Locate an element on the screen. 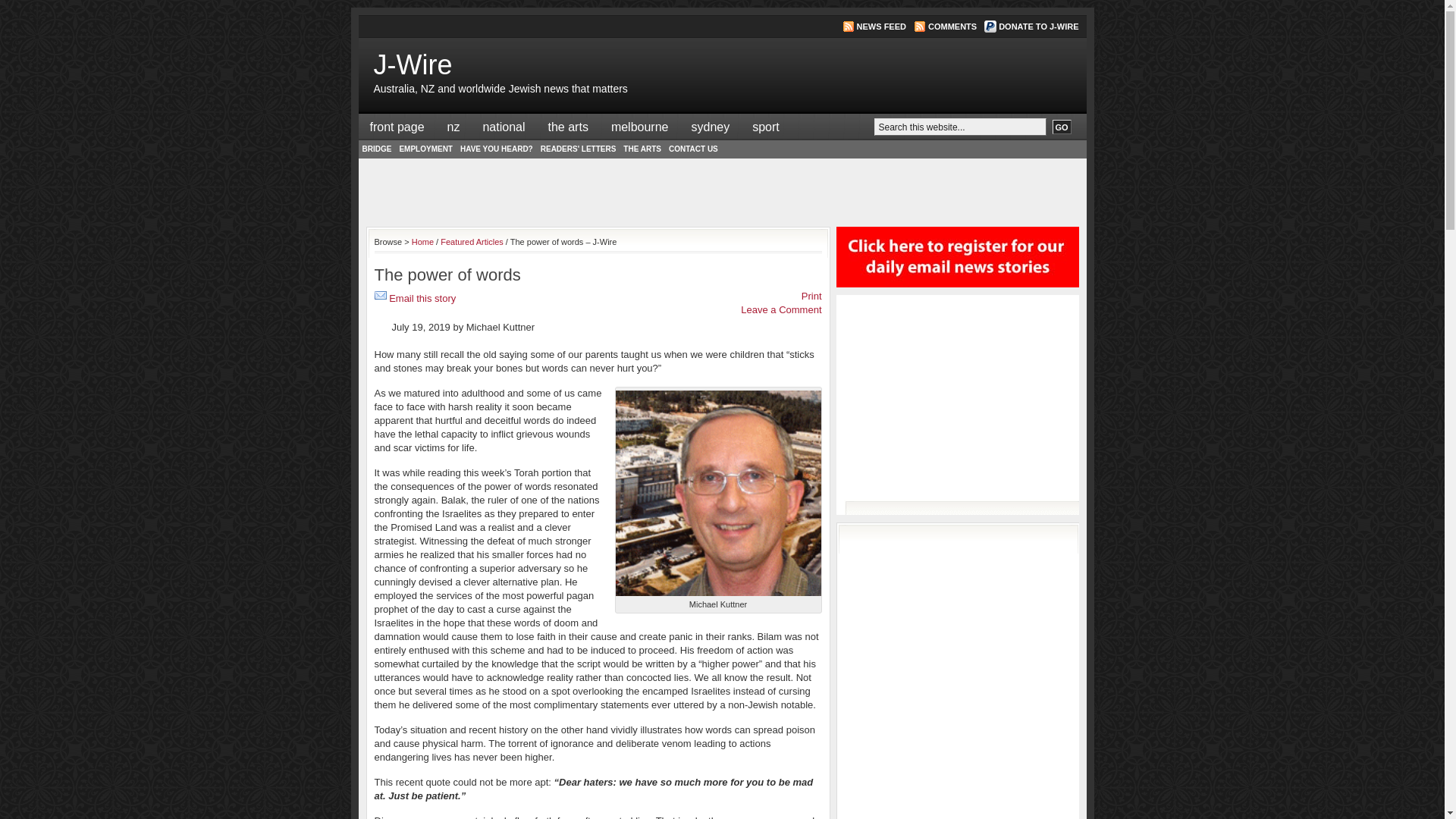 This screenshot has width=1456, height=819. 'J-Wire' is located at coordinates (412, 64).